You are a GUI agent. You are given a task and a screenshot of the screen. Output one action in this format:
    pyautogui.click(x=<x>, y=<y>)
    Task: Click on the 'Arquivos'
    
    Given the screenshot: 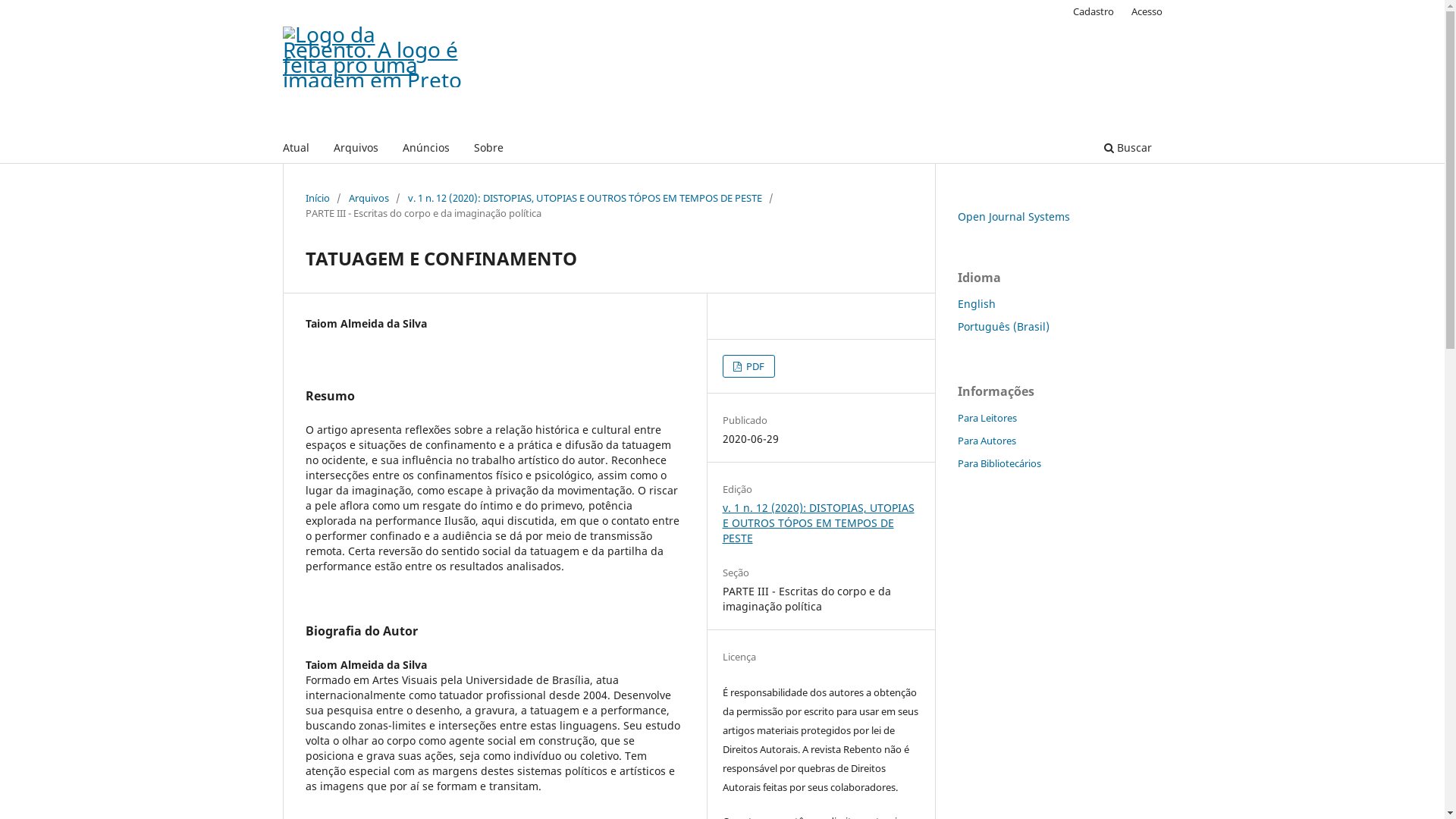 What is the action you would take?
    pyautogui.click(x=354, y=149)
    